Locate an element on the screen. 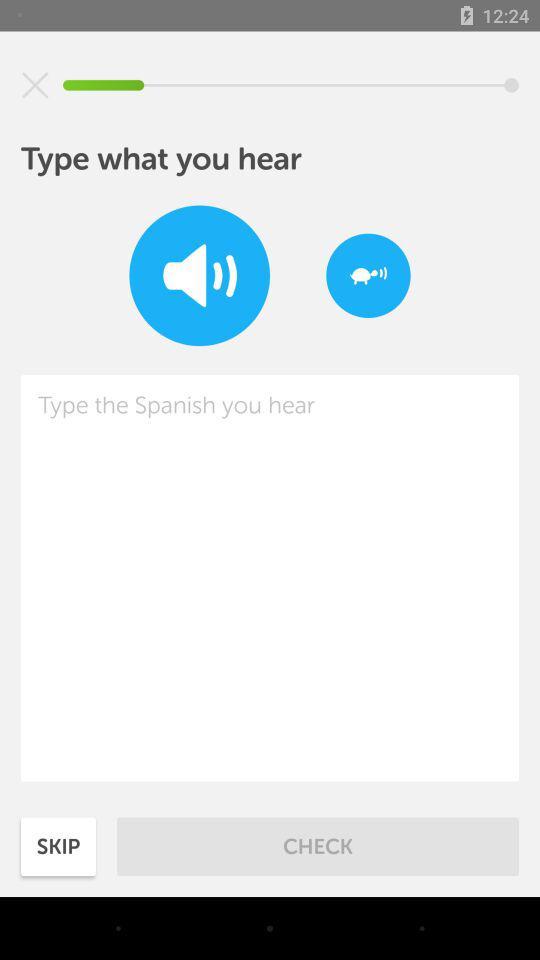 This screenshot has height=960, width=540. space to type spanish is located at coordinates (270, 578).